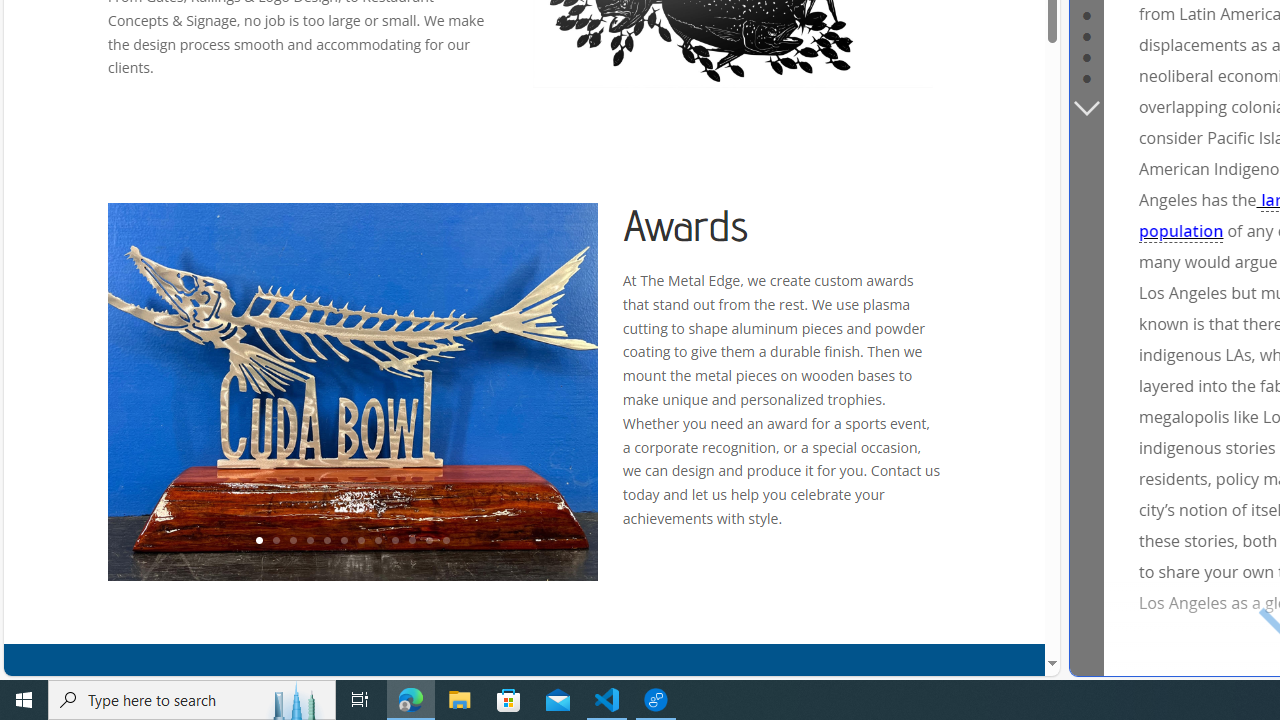 The width and height of the screenshot is (1280, 720). I want to click on '4', so click(308, 541).